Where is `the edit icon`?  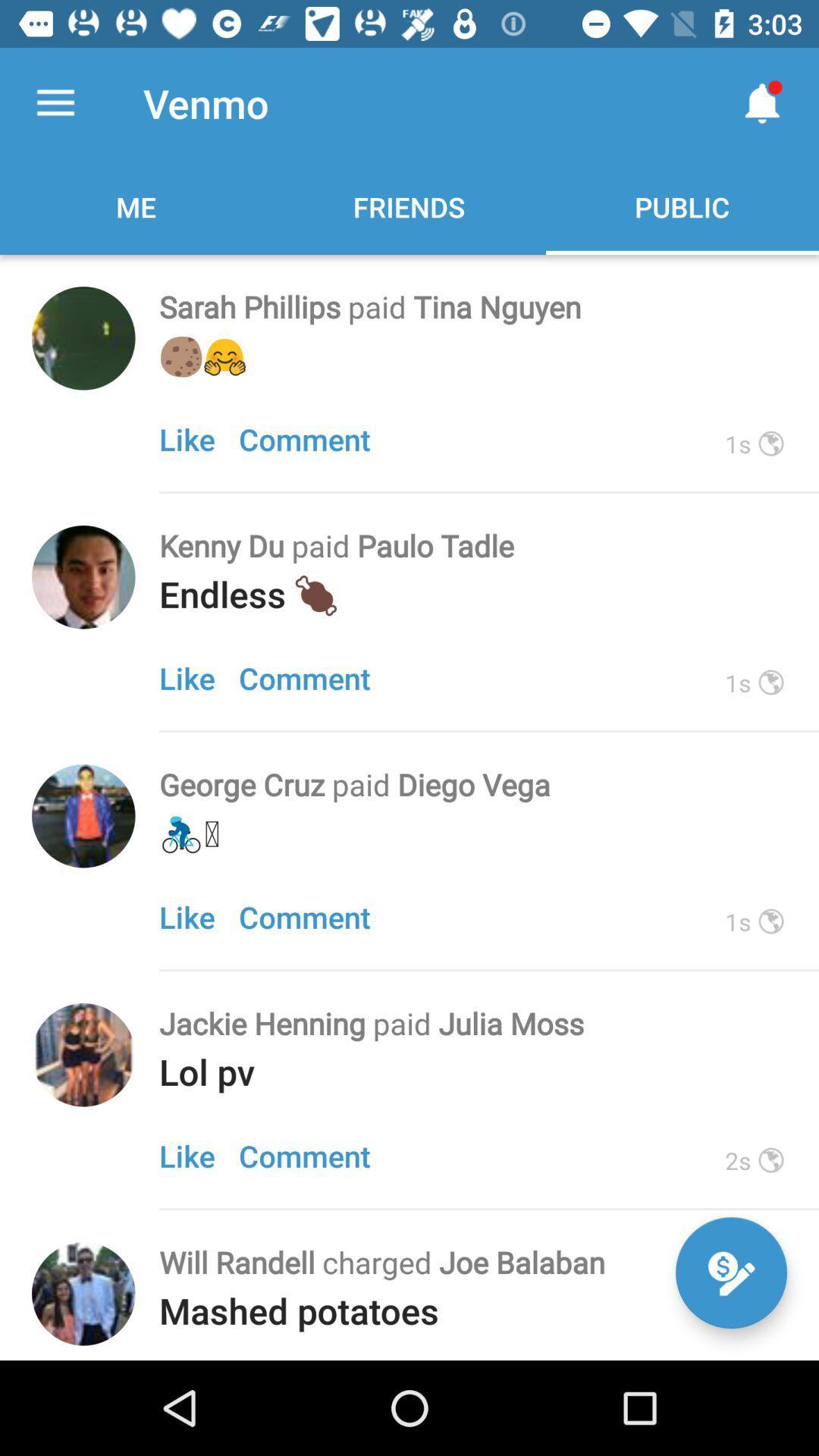 the edit icon is located at coordinates (730, 1272).